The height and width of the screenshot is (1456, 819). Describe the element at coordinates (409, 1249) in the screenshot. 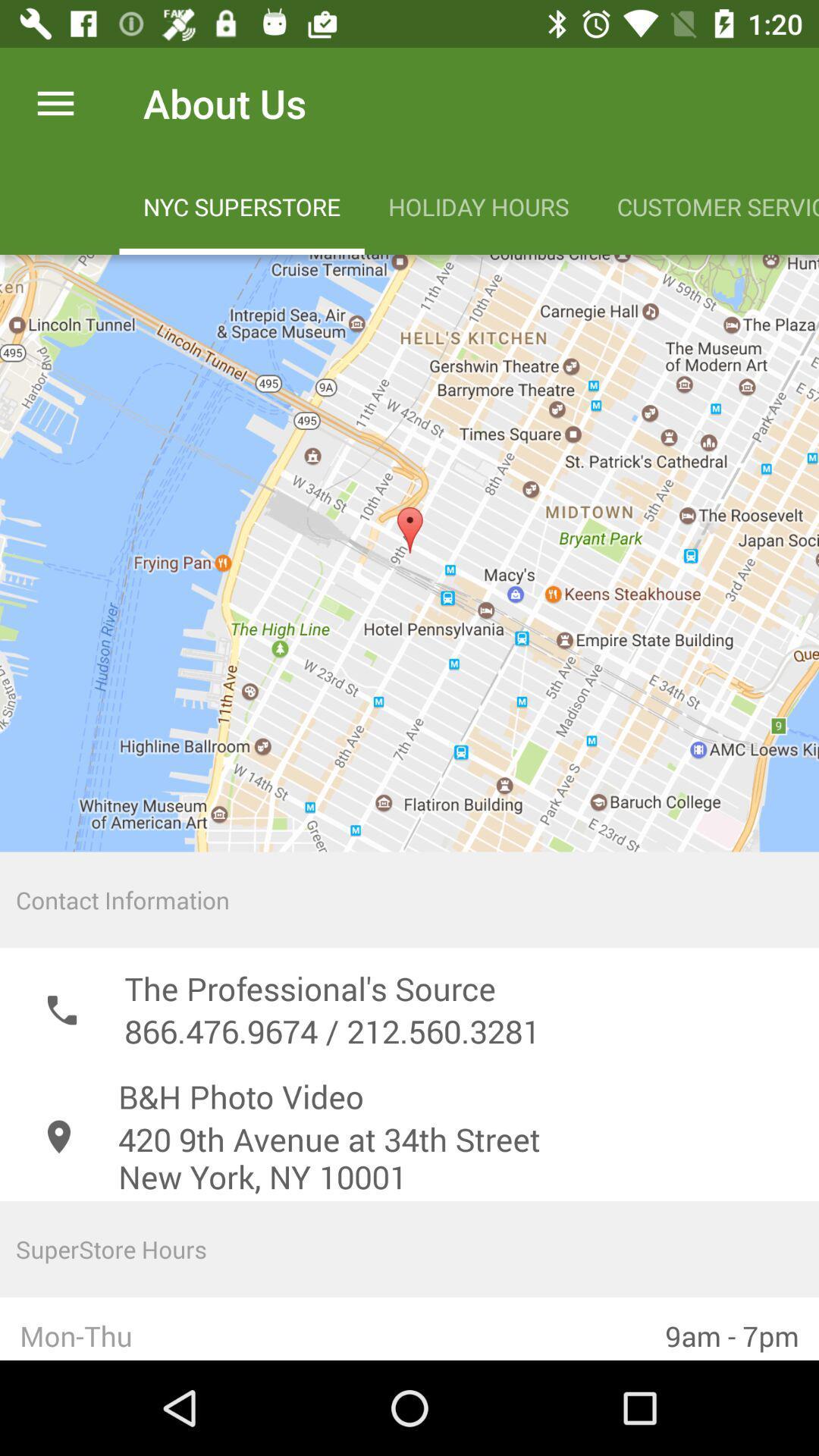

I see `superstore hours` at that location.